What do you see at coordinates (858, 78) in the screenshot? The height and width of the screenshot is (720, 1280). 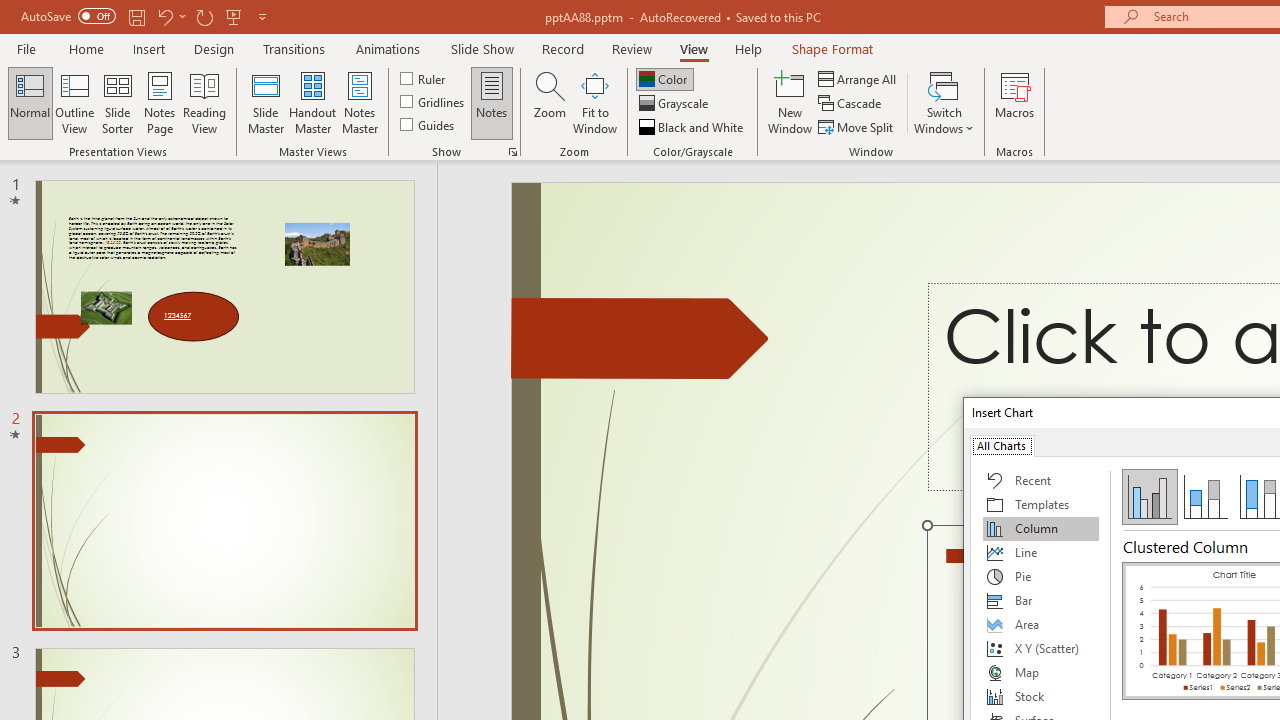 I see `'Arrange All'` at bounding box center [858, 78].